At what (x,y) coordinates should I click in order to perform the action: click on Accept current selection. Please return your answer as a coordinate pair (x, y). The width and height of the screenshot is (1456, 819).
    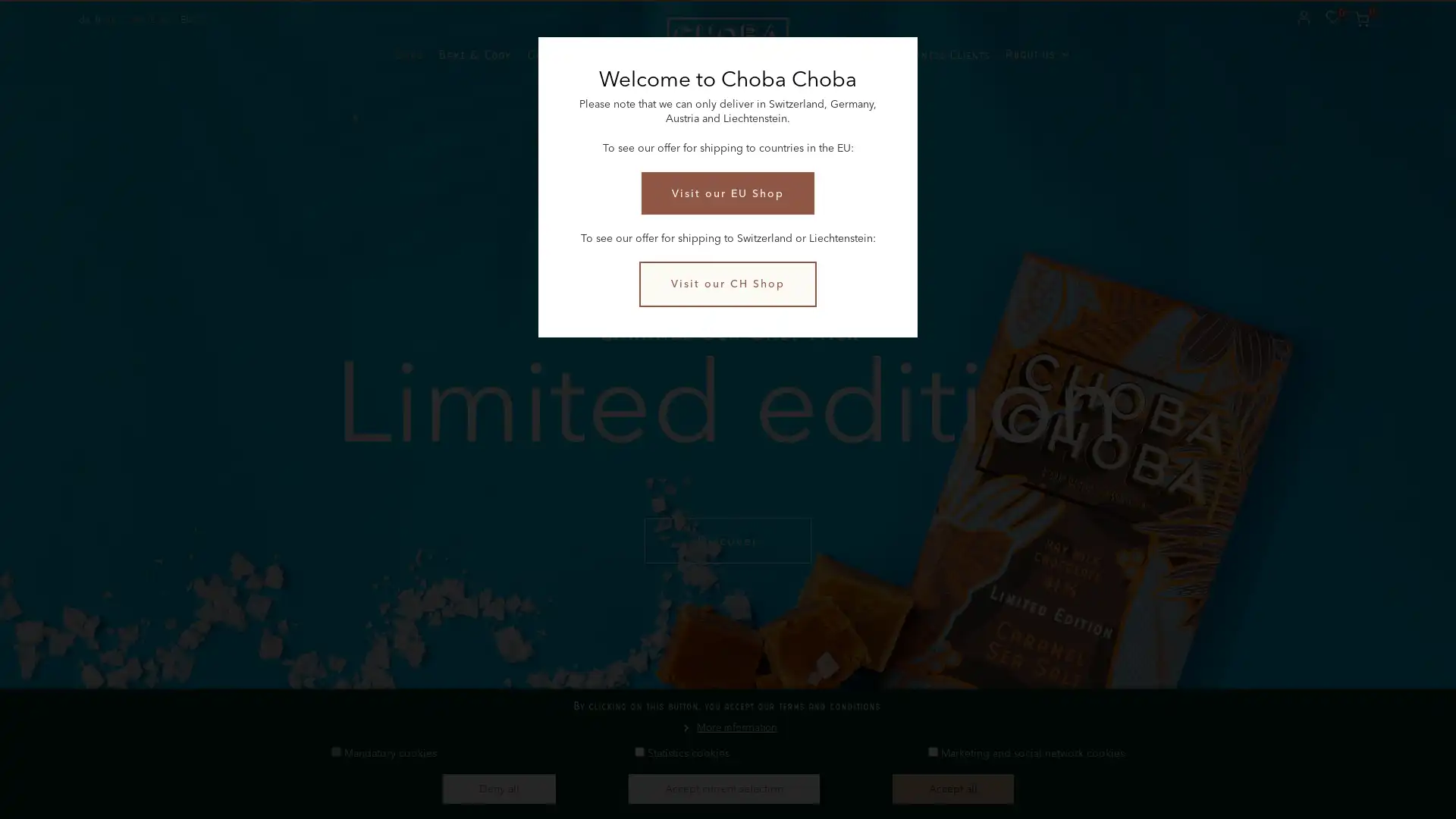
    Looking at the image, I should click on (723, 788).